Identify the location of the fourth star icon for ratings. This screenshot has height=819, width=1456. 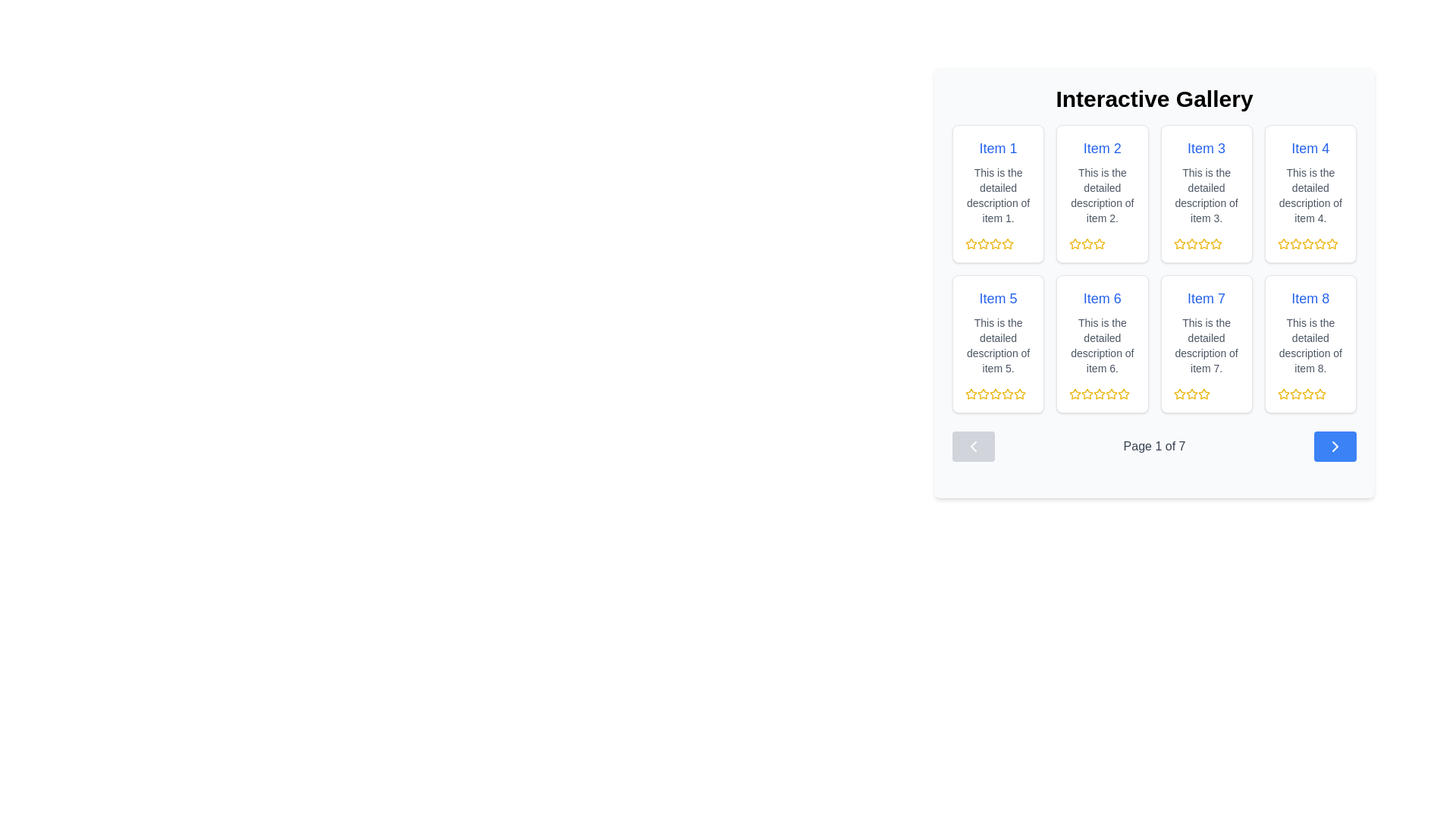
(1100, 394).